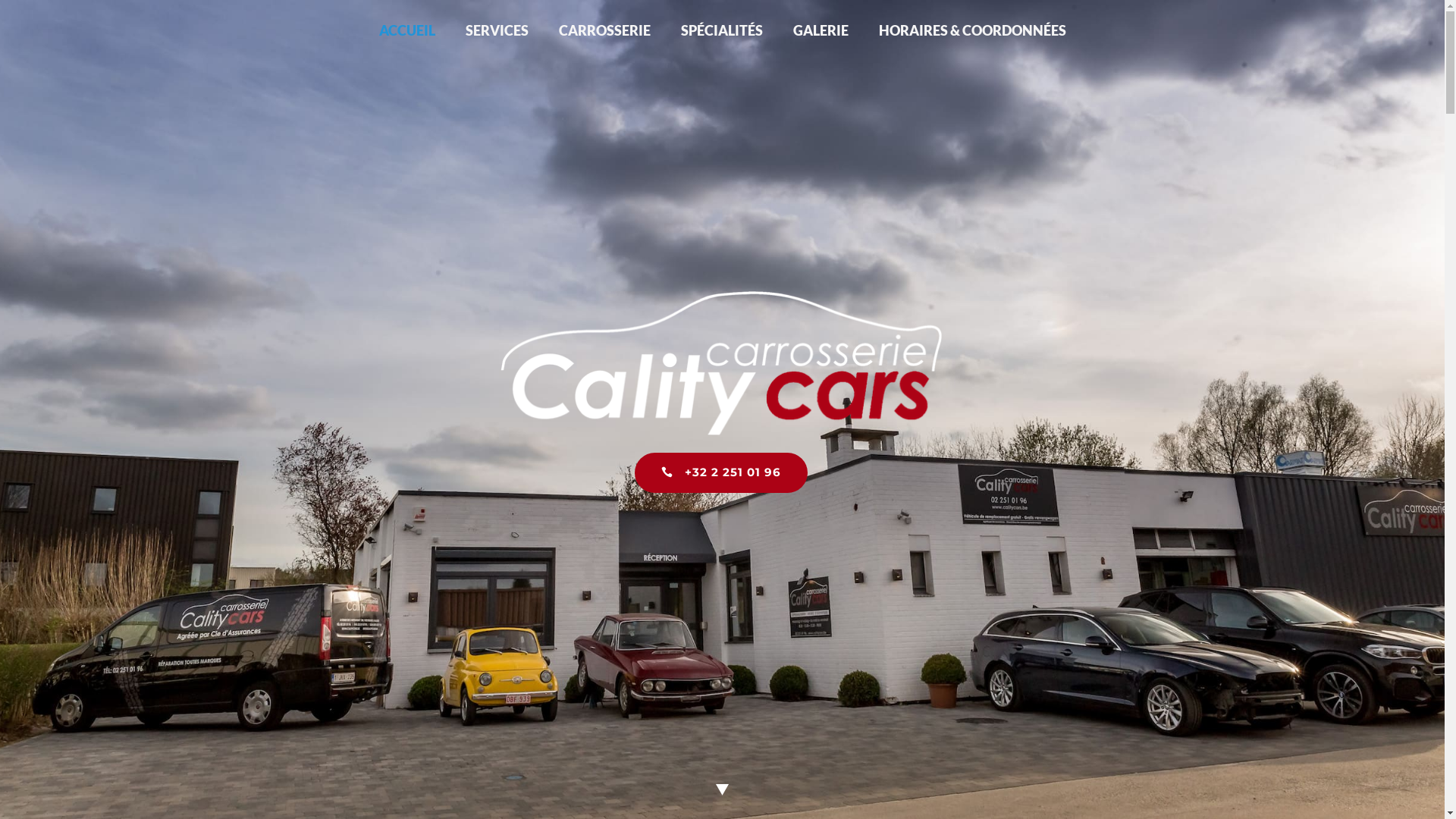 The image size is (1456, 819). What do you see at coordinates (407, 30) in the screenshot?
I see `'ACCUEIL'` at bounding box center [407, 30].